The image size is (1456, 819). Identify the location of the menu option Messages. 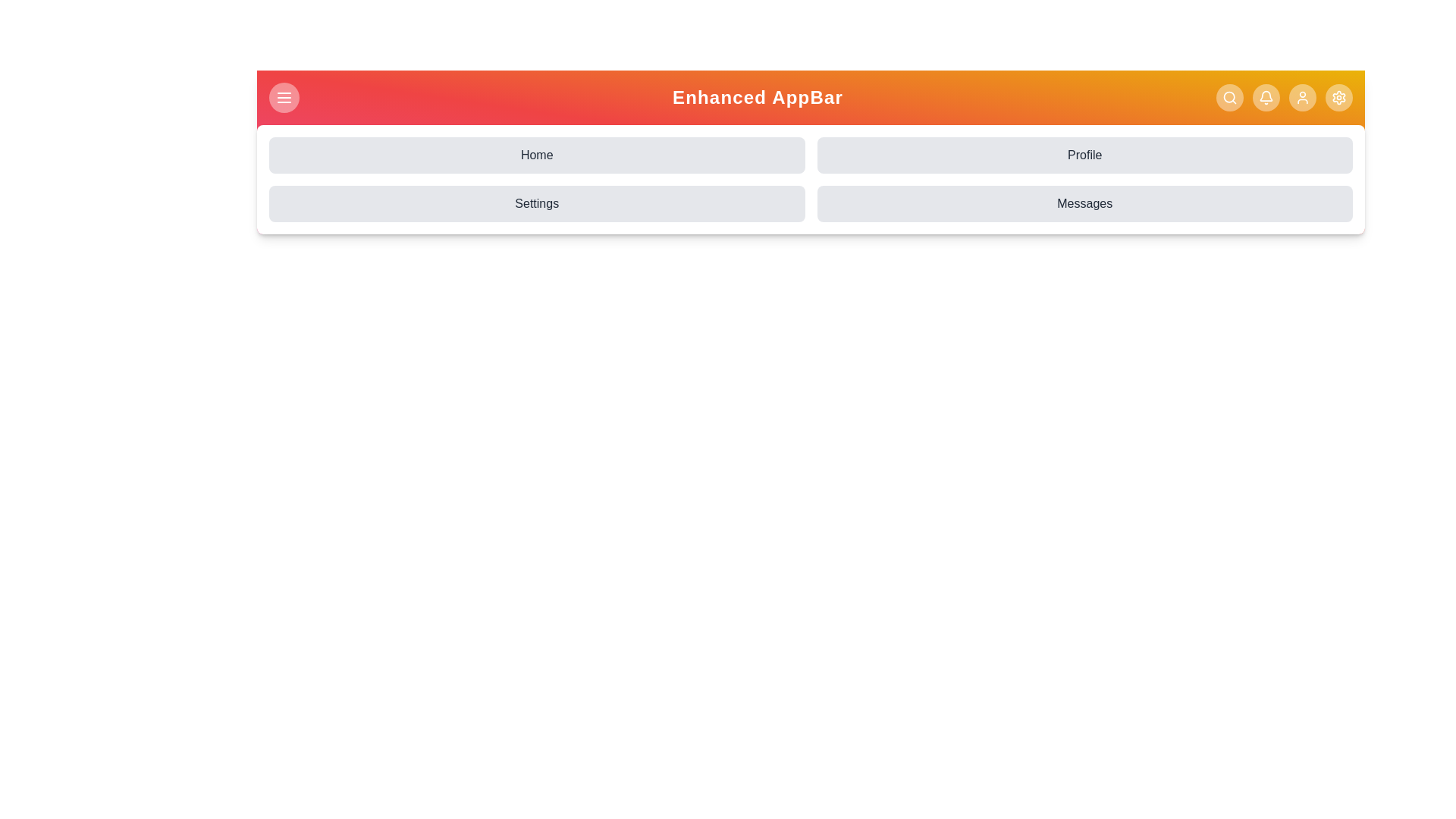
(1084, 203).